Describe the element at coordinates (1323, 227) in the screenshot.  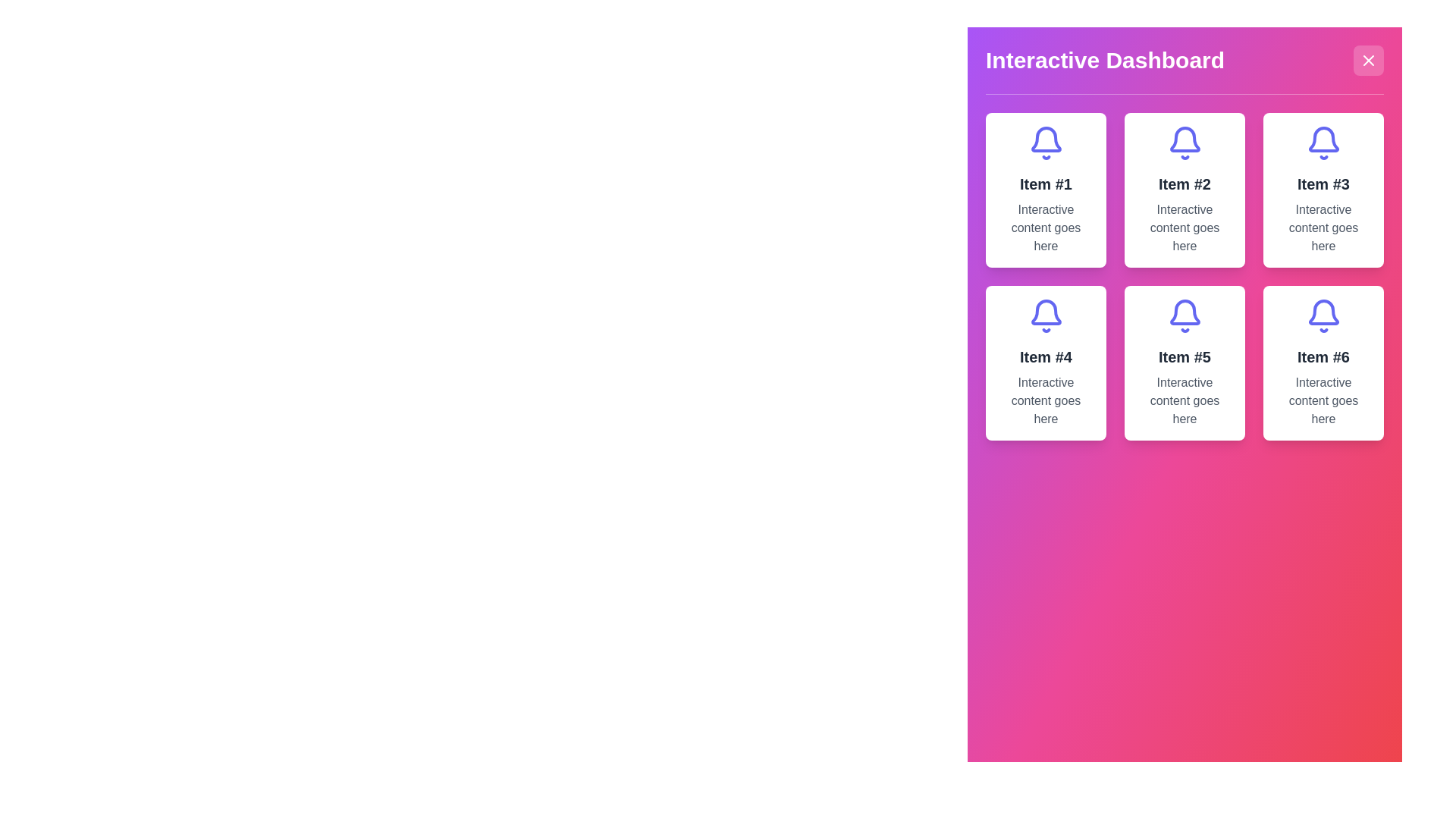
I see `the static text reading 'Interactive content goes here', which is styled with a gray font color and located beneath the heading 'Item #3' in the card-like section` at that location.